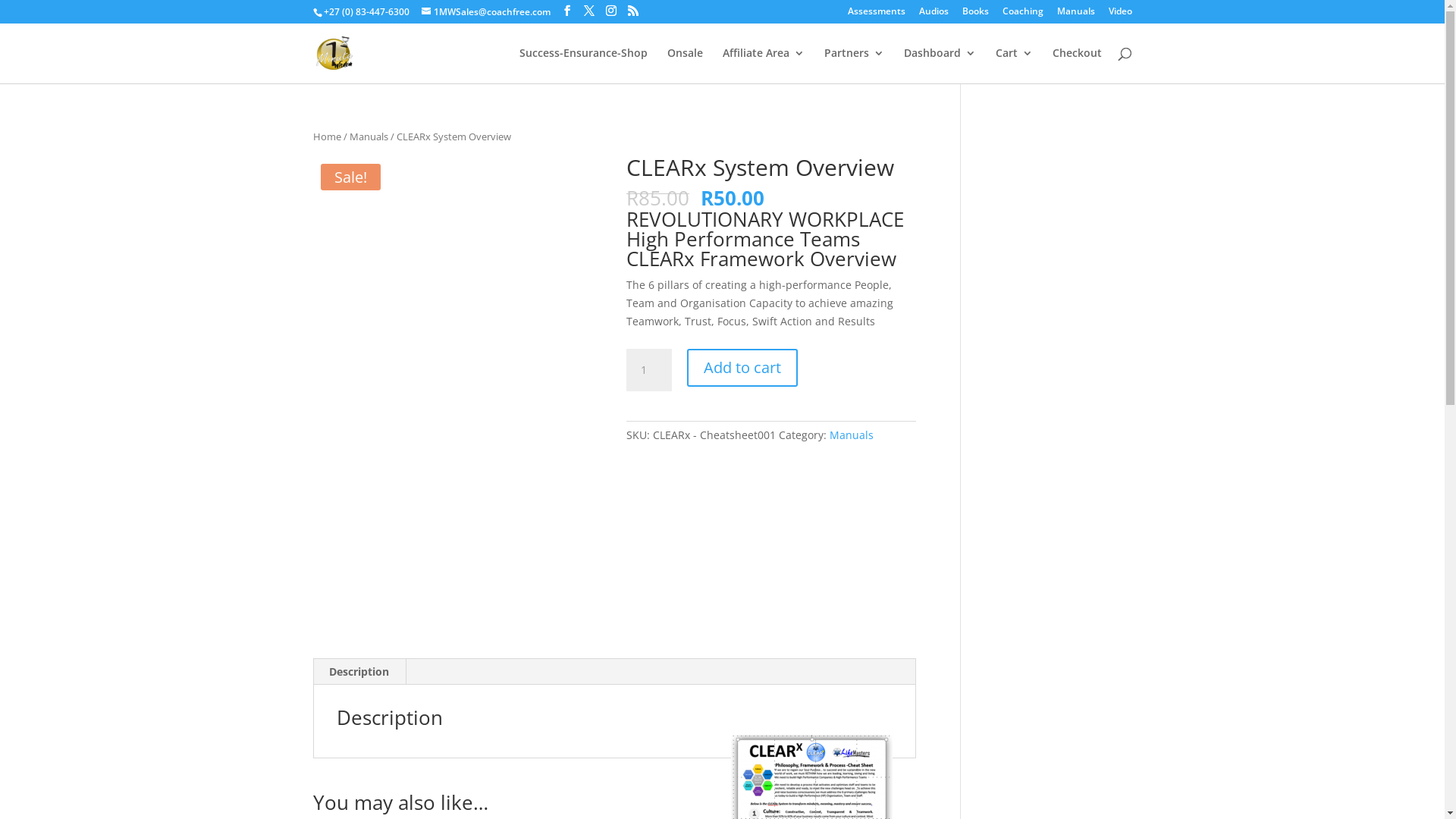  What do you see at coordinates (994, 64) in the screenshot?
I see `'Cart'` at bounding box center [994, 64].